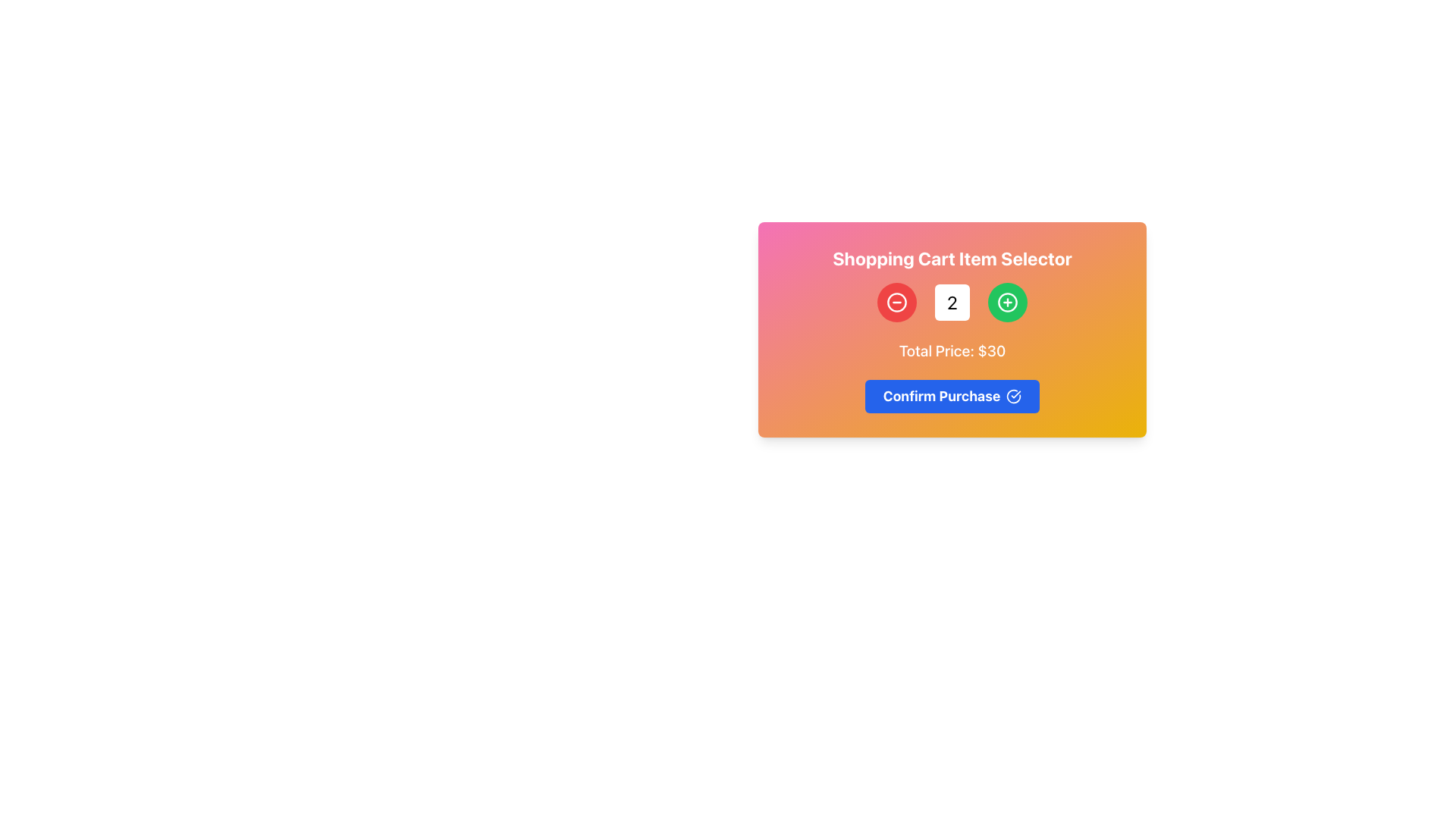  Describe the element at coordinates (1014, 396) in the screenshot. I see `the circular blue icon with a checkmark located at the far right side of the 'Confirm Purchase' button` at that location.